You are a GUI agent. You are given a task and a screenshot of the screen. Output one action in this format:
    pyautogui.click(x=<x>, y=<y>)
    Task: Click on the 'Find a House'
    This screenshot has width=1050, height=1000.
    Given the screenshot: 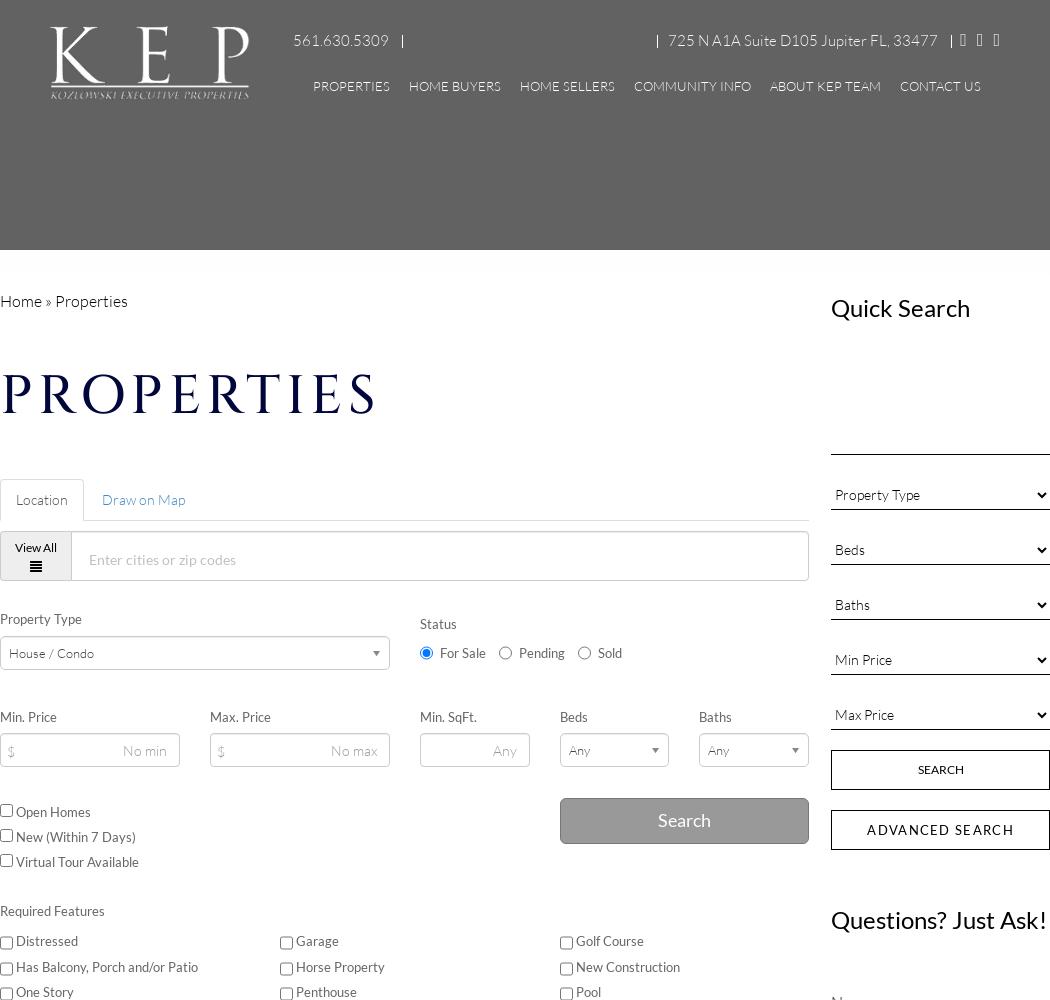 What is the action you would take?
    pyautogui.click(x=483, y=226)
    